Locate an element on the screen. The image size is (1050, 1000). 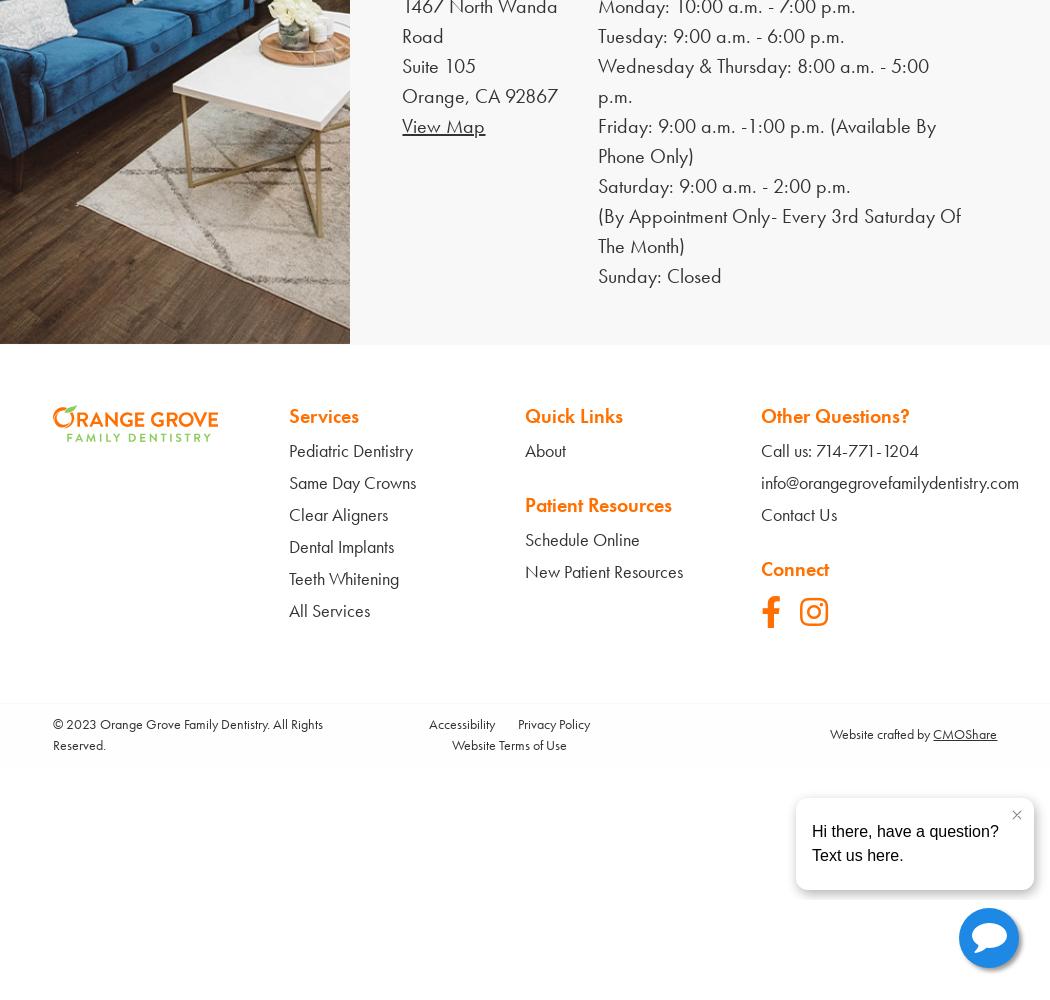
'Patient Resources' is located at coordinates (597, 504).